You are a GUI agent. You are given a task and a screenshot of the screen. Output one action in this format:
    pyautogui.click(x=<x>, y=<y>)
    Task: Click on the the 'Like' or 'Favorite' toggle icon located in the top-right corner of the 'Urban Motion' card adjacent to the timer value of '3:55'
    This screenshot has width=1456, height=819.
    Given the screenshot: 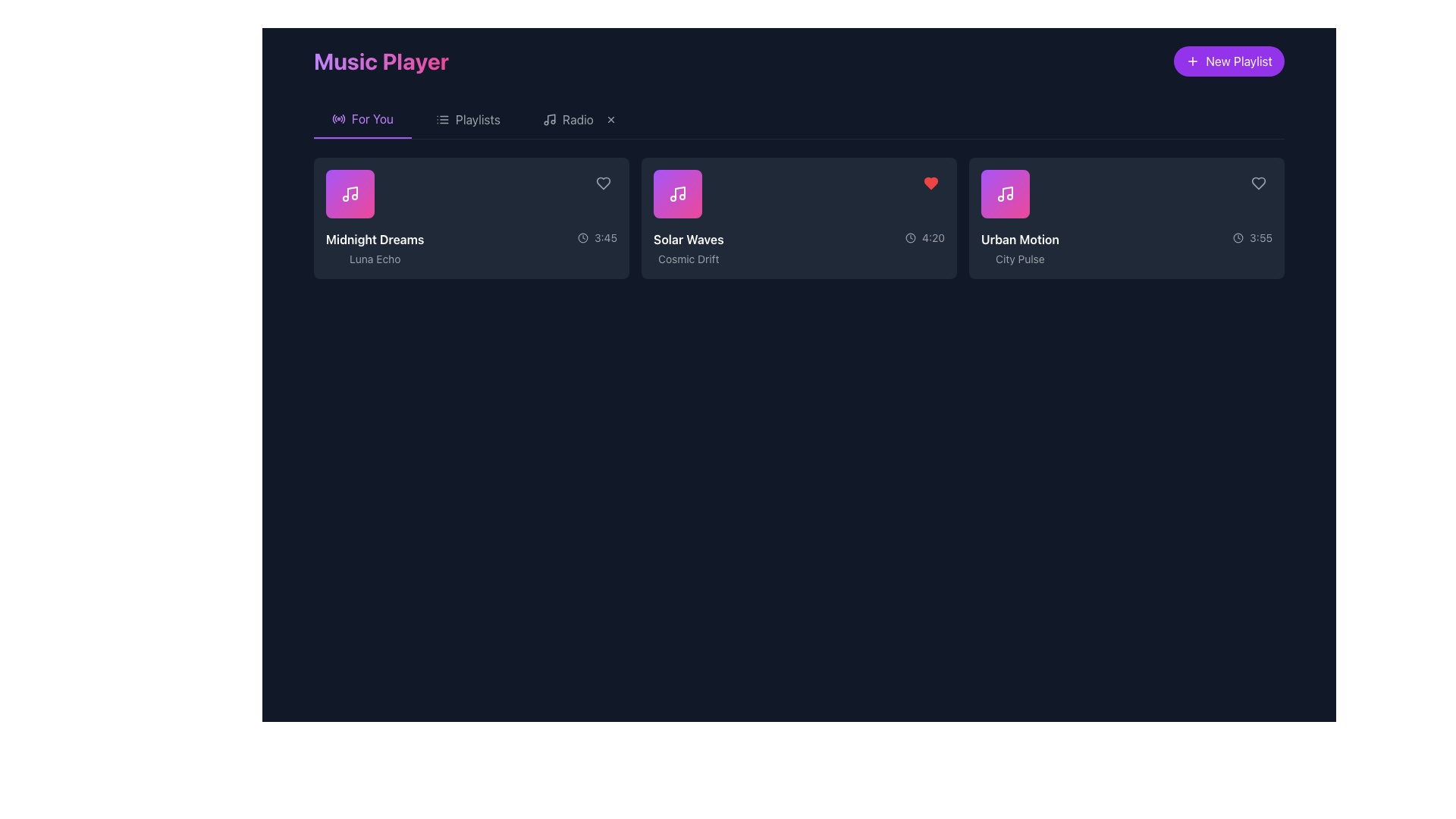 What is the action you would take?
    pyautogui.click(x=1259, y=183)
    